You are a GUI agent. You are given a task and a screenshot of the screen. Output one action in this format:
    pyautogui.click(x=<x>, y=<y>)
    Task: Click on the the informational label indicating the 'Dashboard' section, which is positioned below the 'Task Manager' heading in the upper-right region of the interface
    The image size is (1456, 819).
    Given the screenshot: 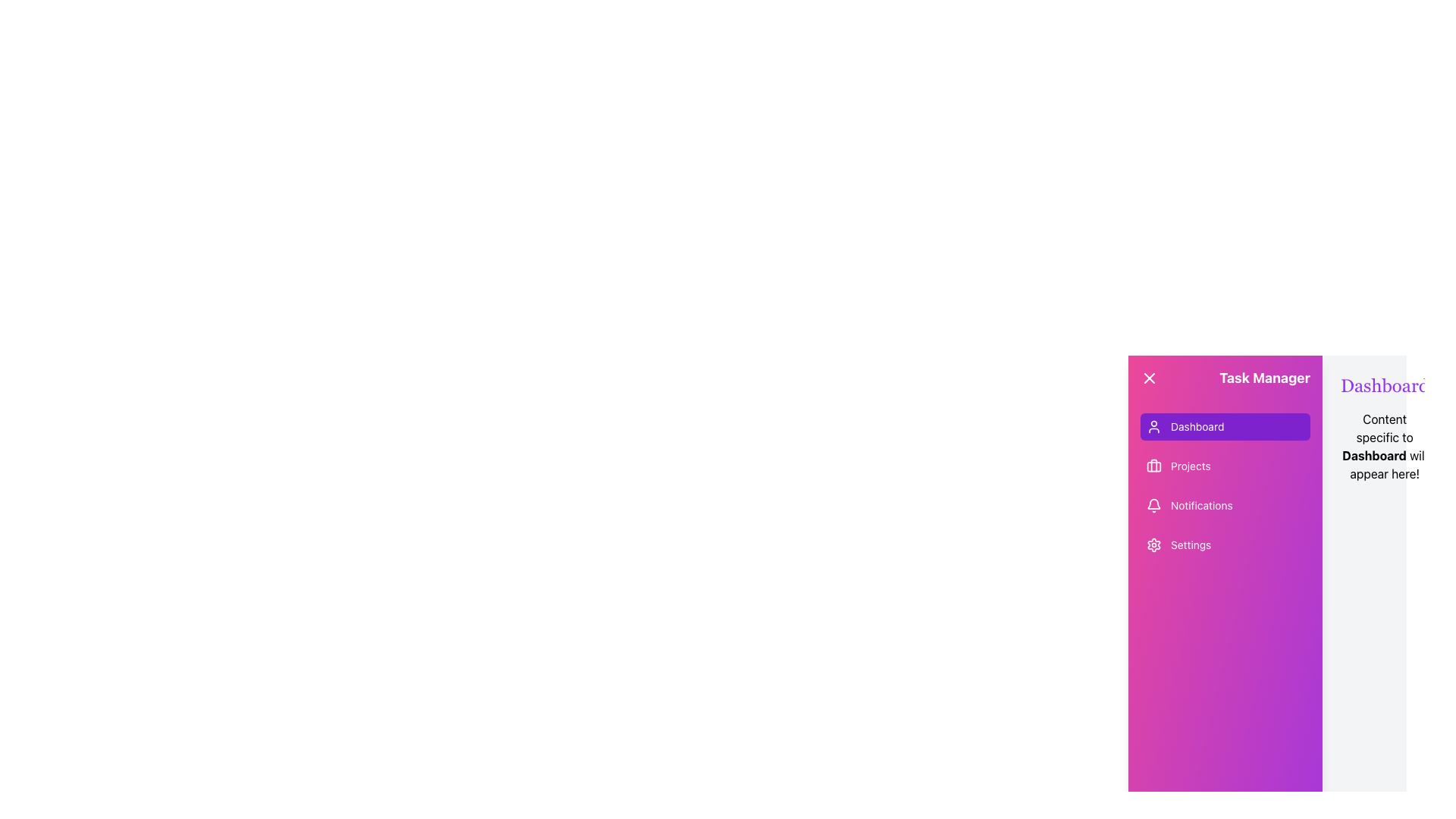 What is the action you would take?
    pyautogui.click(x=1385, y=446)
    